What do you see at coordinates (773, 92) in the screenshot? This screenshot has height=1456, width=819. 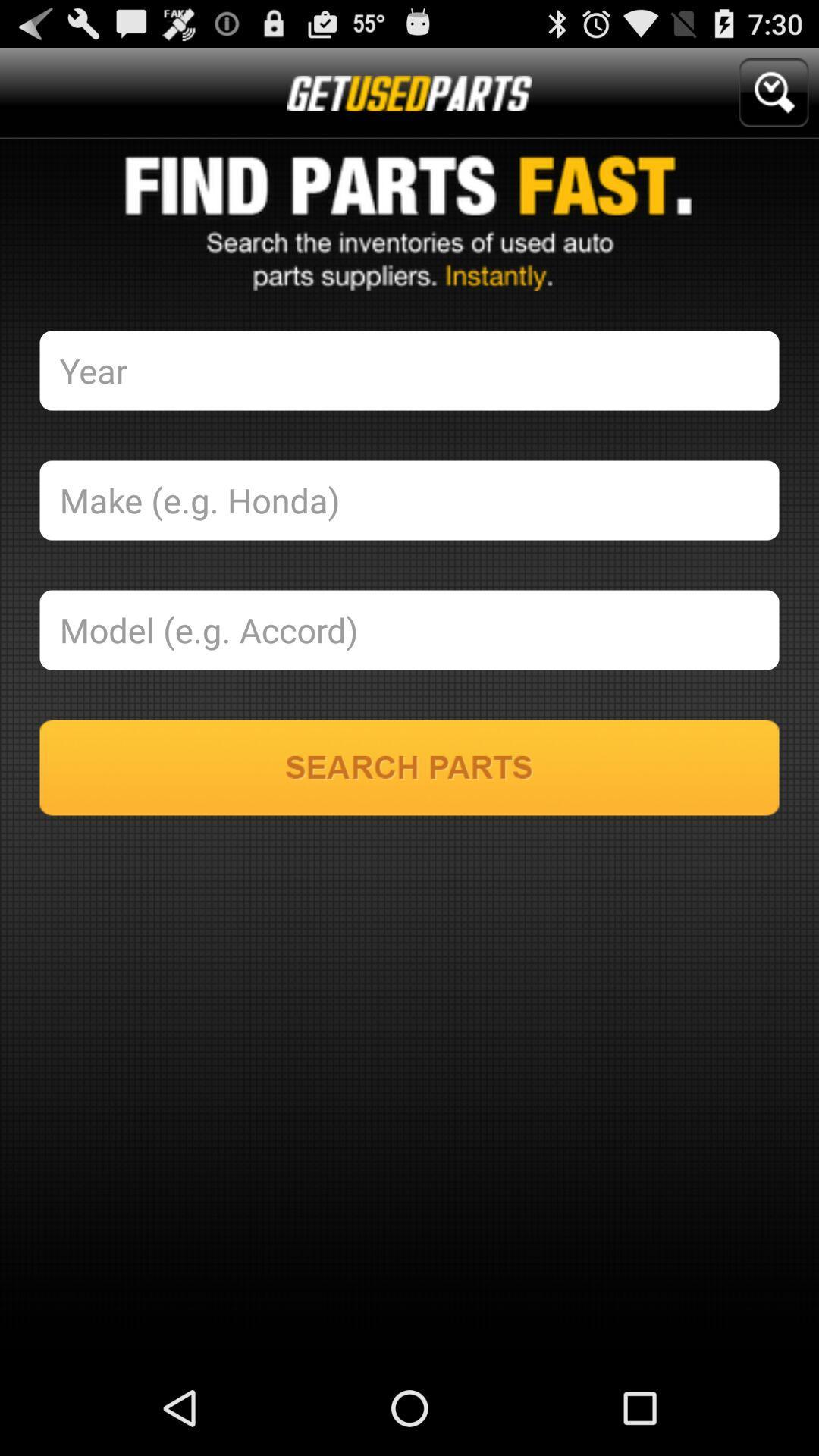 I see `icon at the top right corner` at bounding box center [773, 92].